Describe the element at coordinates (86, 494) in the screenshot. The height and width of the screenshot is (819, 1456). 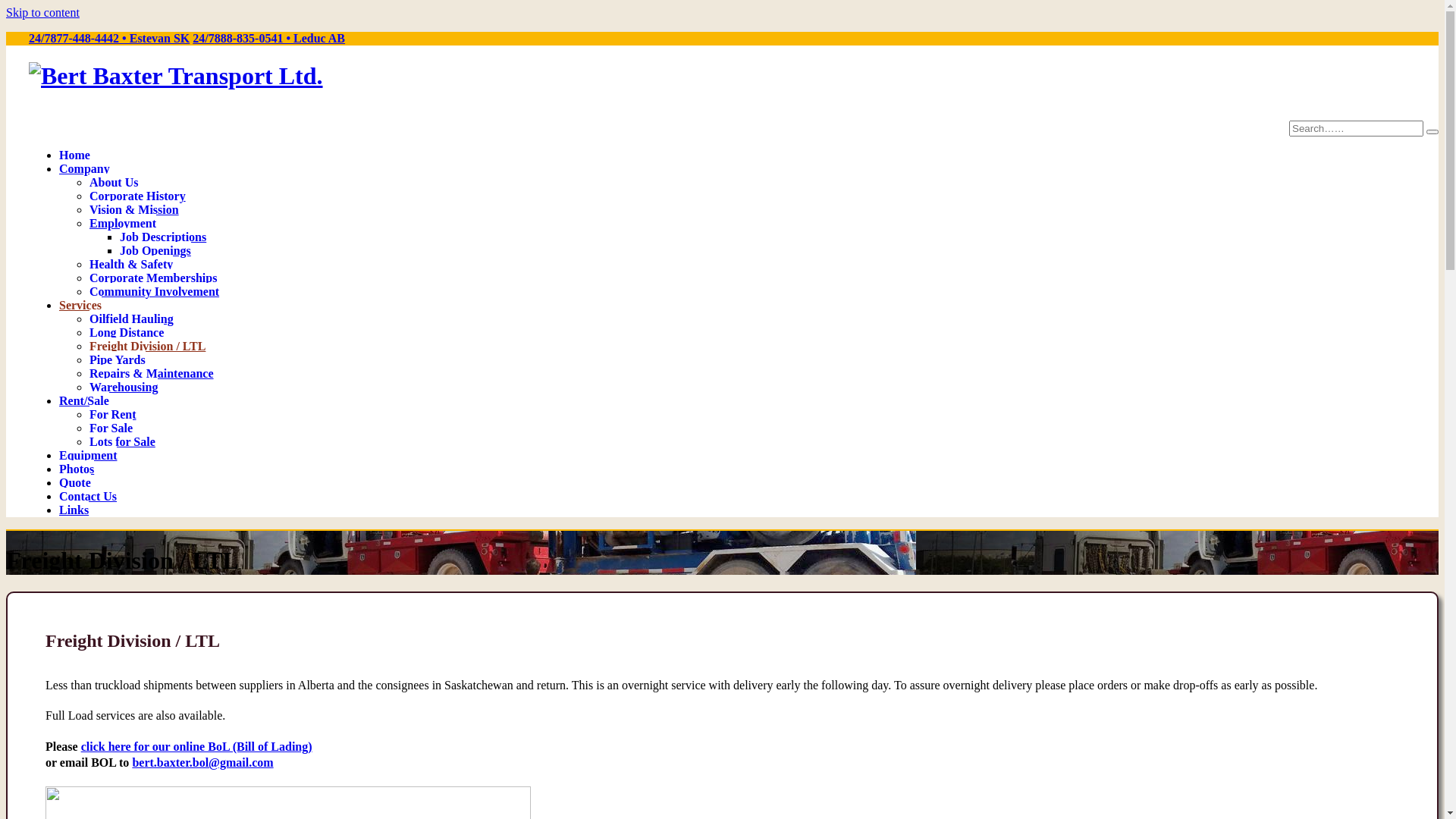
I see `'Contact Us'` at that location.